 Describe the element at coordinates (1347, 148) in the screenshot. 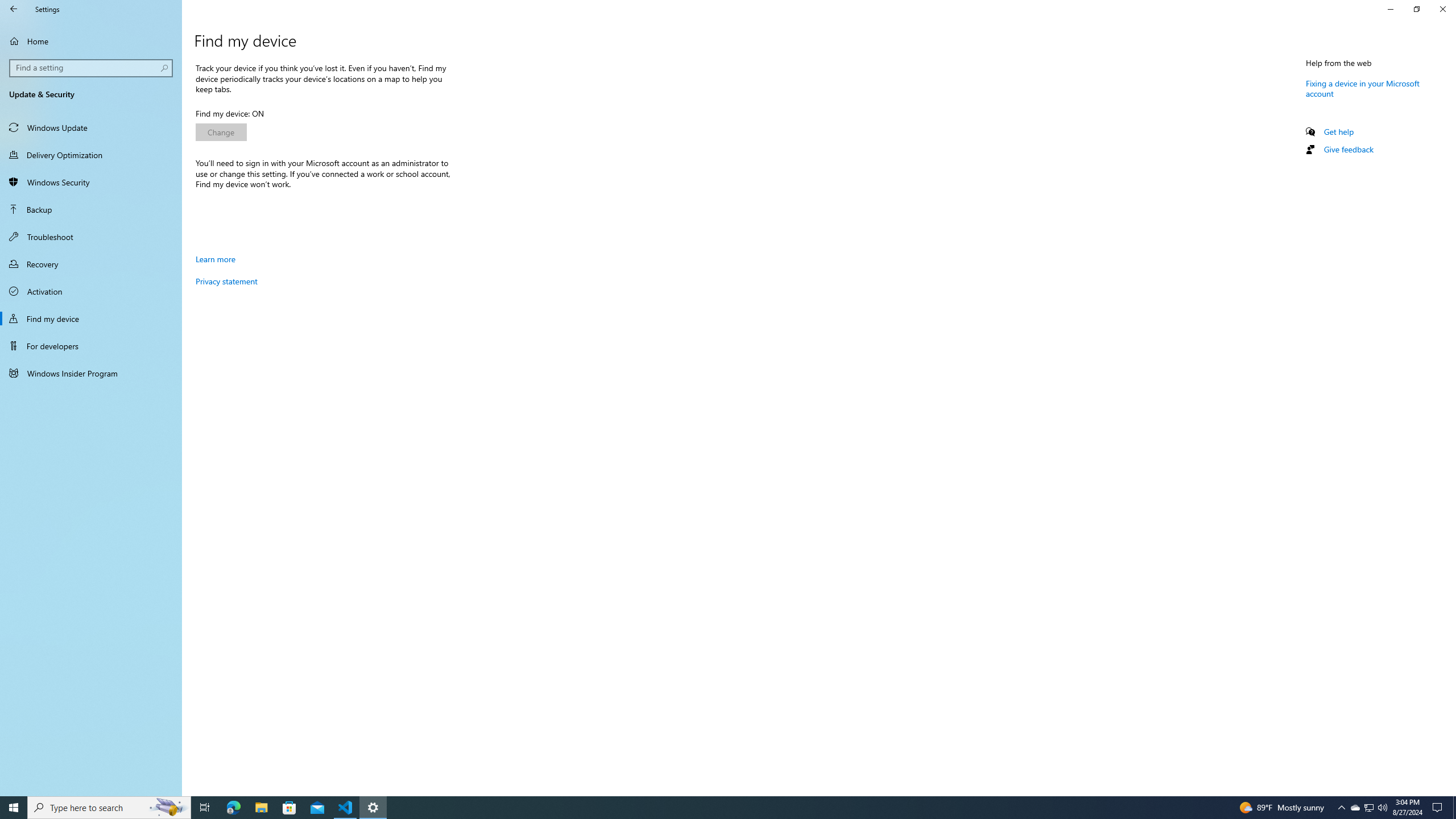

I see `'Give feedback'` at that location.